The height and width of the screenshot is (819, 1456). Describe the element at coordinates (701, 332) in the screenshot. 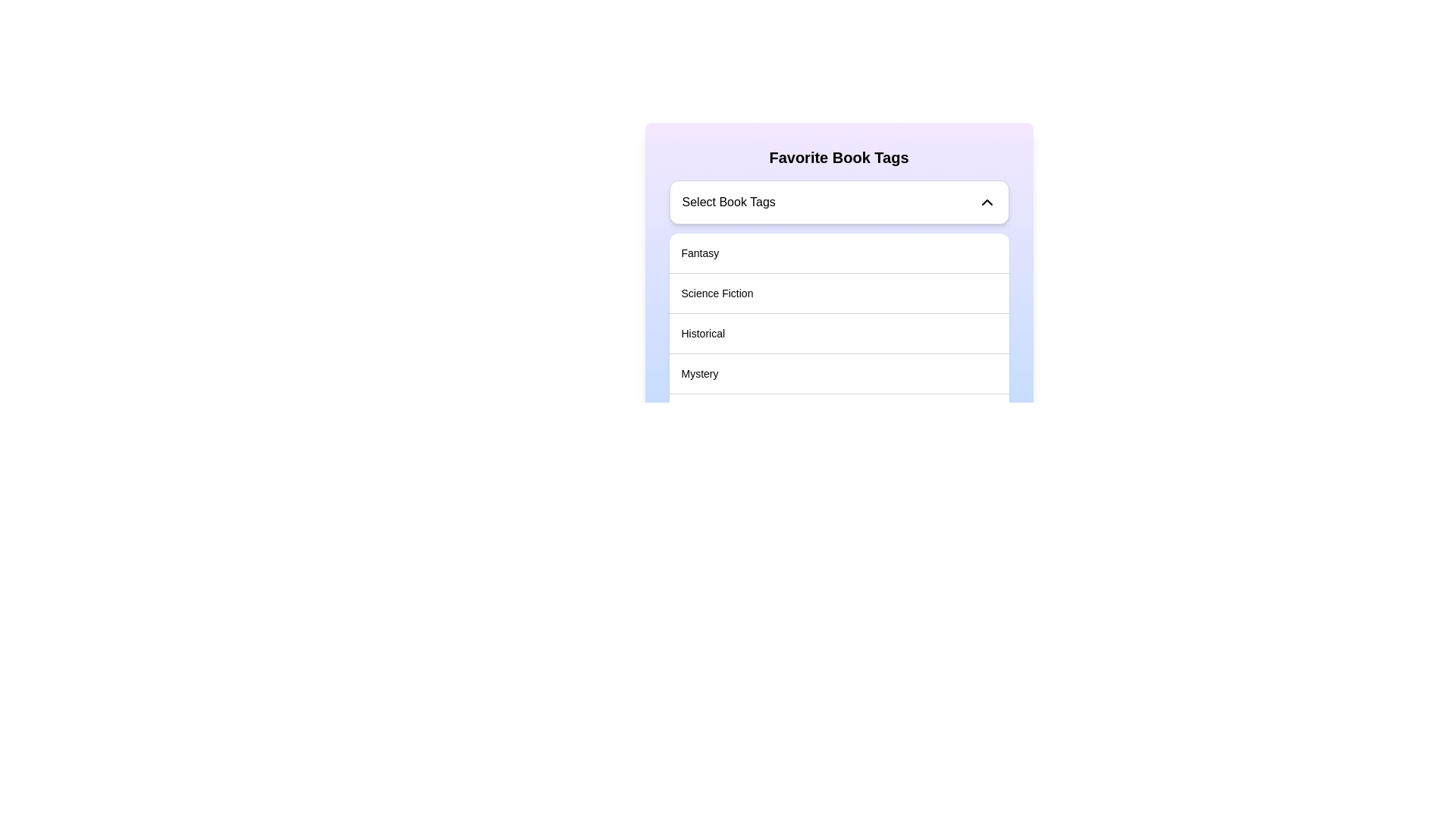

I see `to select the 'Historical' option from the dropdown list in the 'Favorite Book Tags' dialog, which is the third item in the list located between 'Science Fiction' and 'Mystery'` at that location.